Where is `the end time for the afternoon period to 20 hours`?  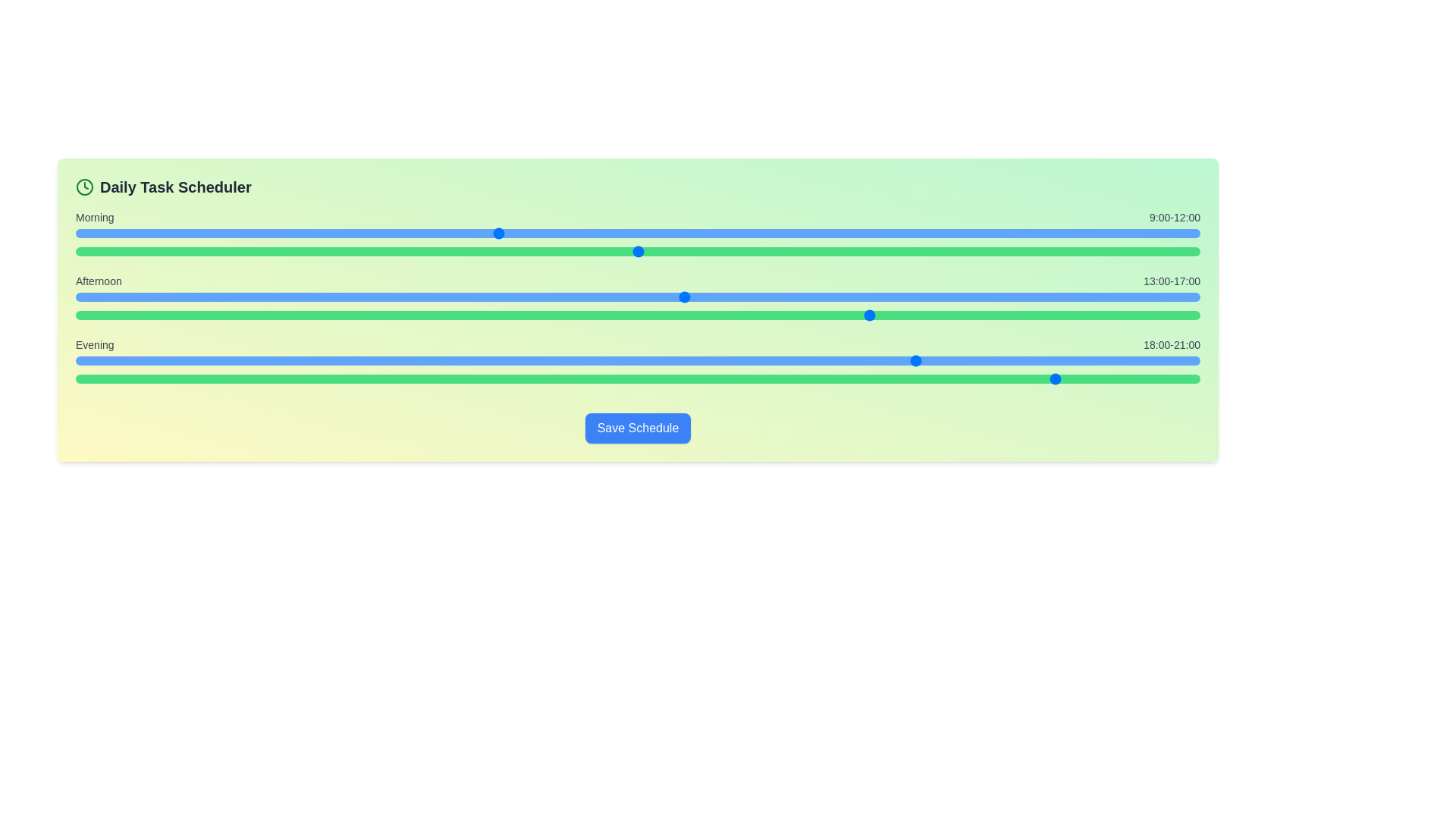 the end time for the afternoon period to 20 hours is located at coordinates (790, 315).